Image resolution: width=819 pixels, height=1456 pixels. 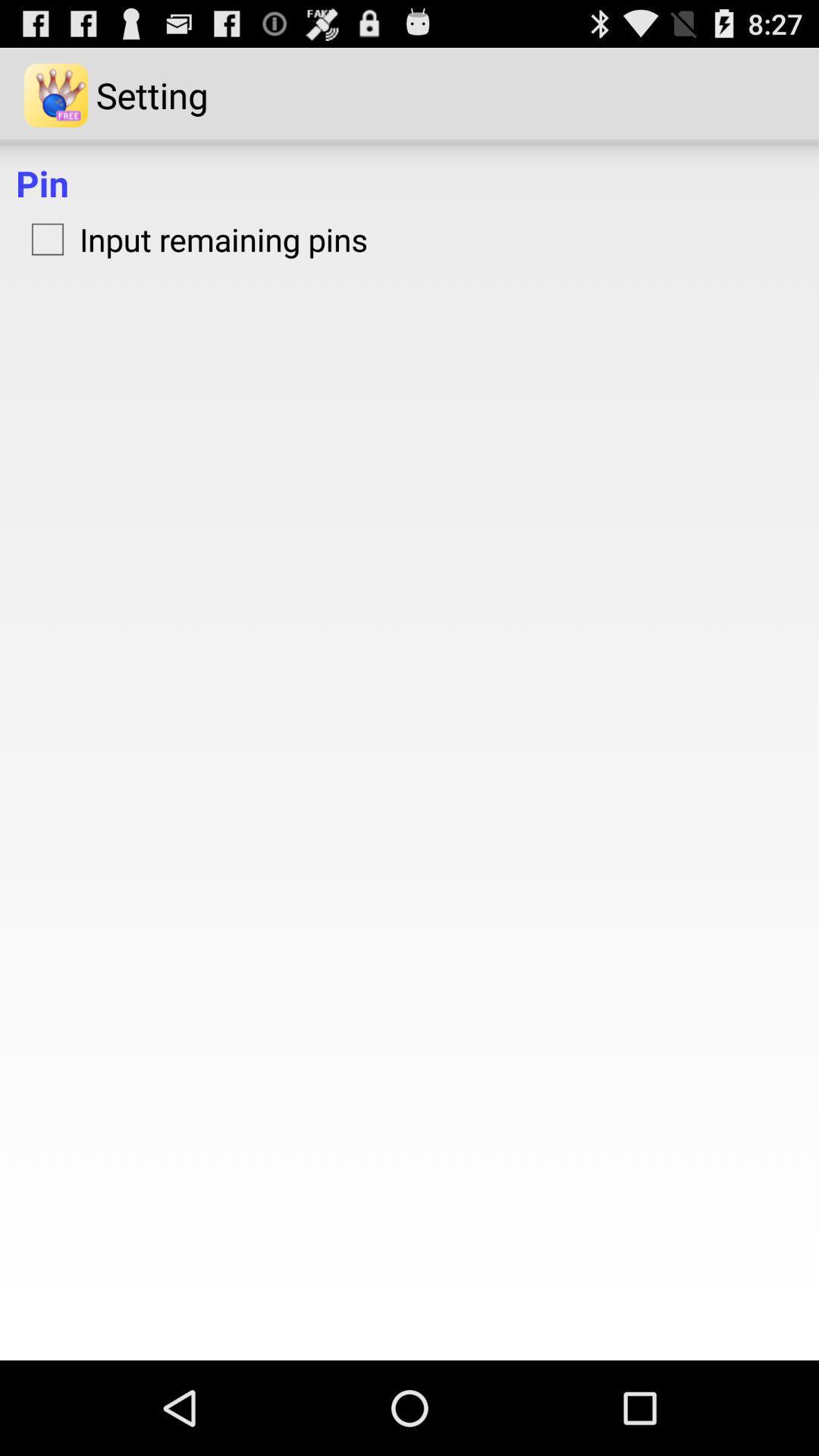 I want to click on input remaining pins icon, so click(x=191, y=238).